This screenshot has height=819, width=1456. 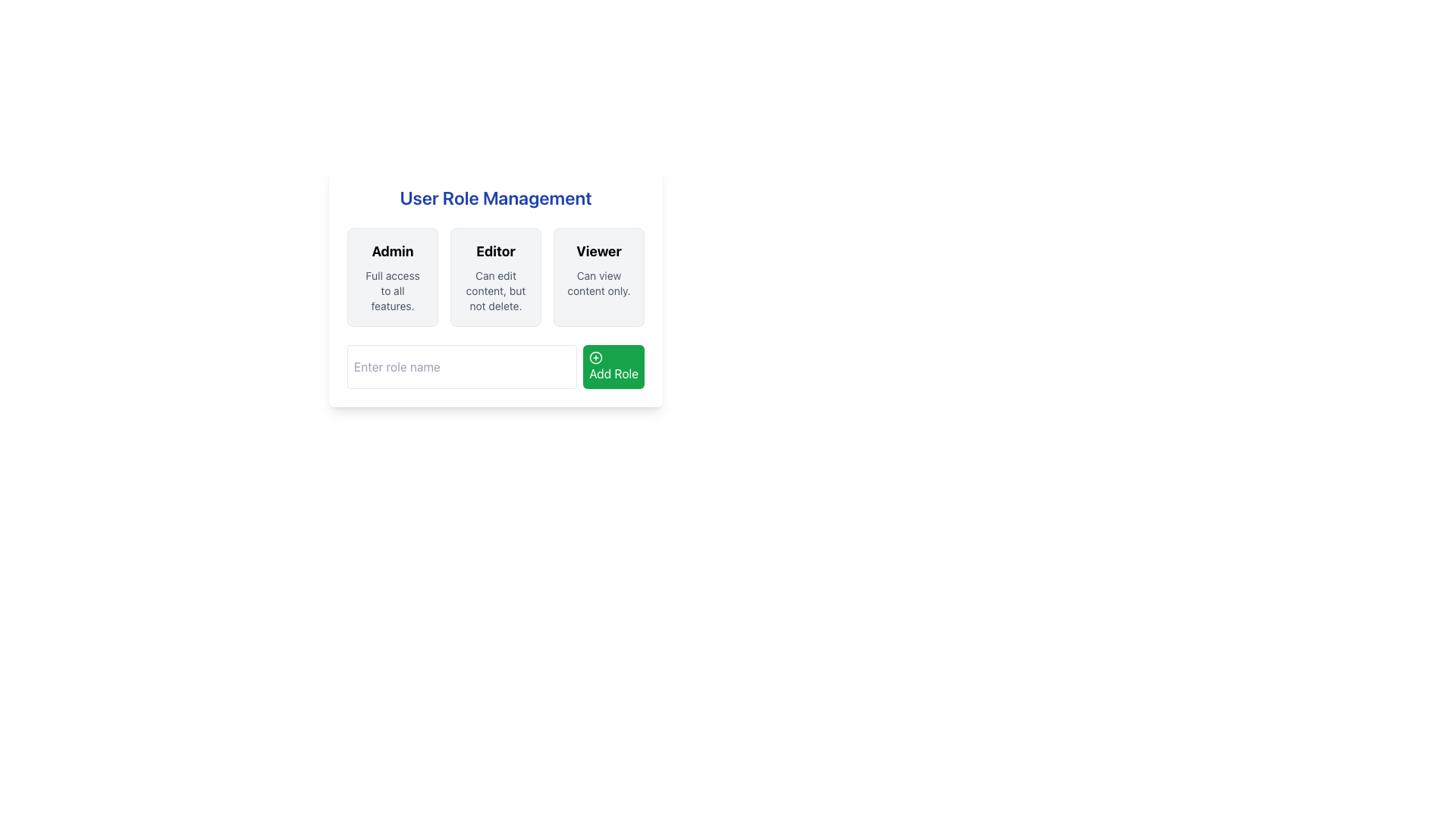 I want to click on the bold black text label displaying the word 'Viewer' which is located inside the rectangular box labeled 'Viewer - Can view content only' at the top of the interface, so click(x=598, y=250).